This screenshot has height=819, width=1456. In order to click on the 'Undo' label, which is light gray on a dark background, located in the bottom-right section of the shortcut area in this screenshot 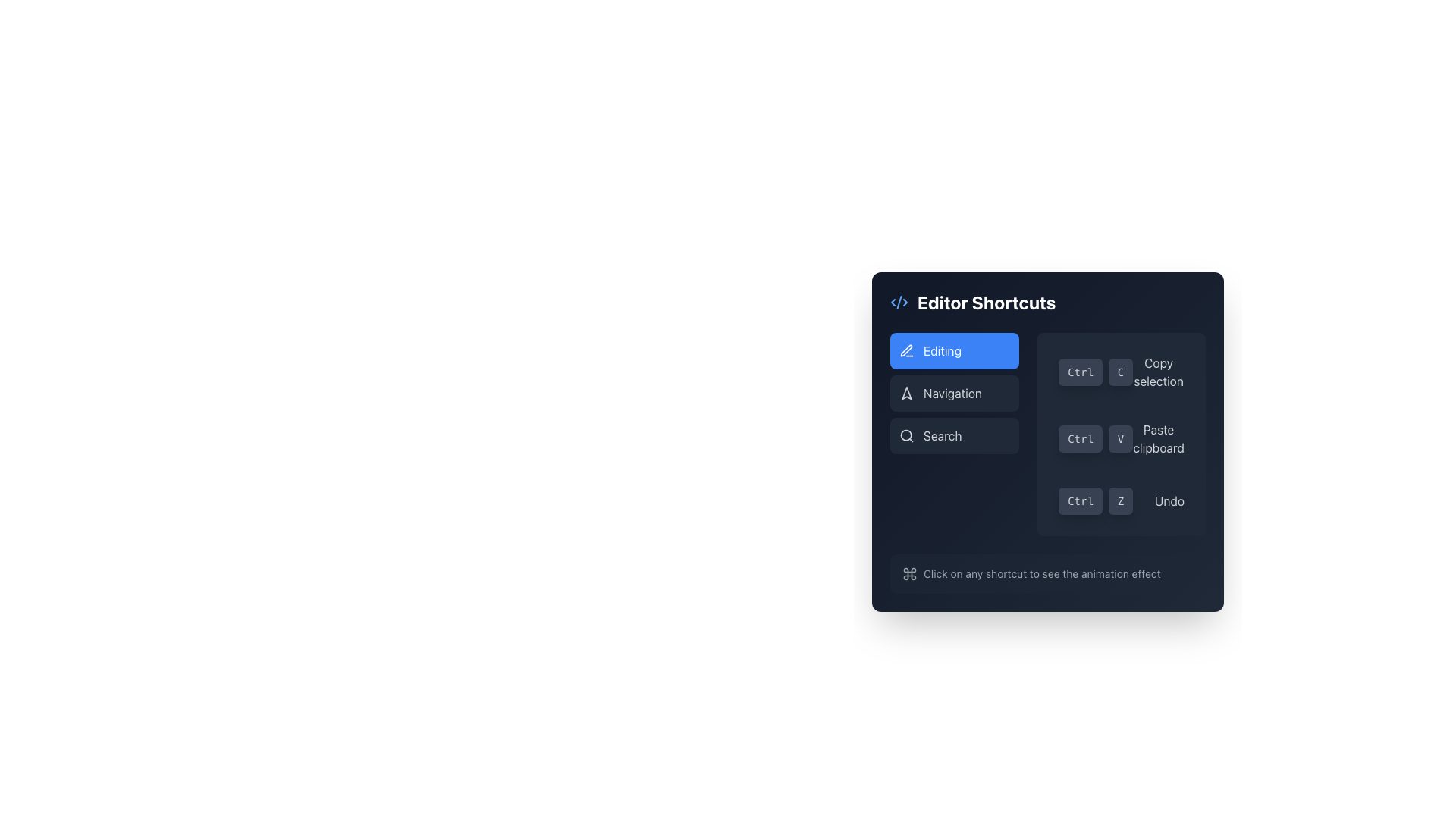, I will do `click(1169, 500)`.